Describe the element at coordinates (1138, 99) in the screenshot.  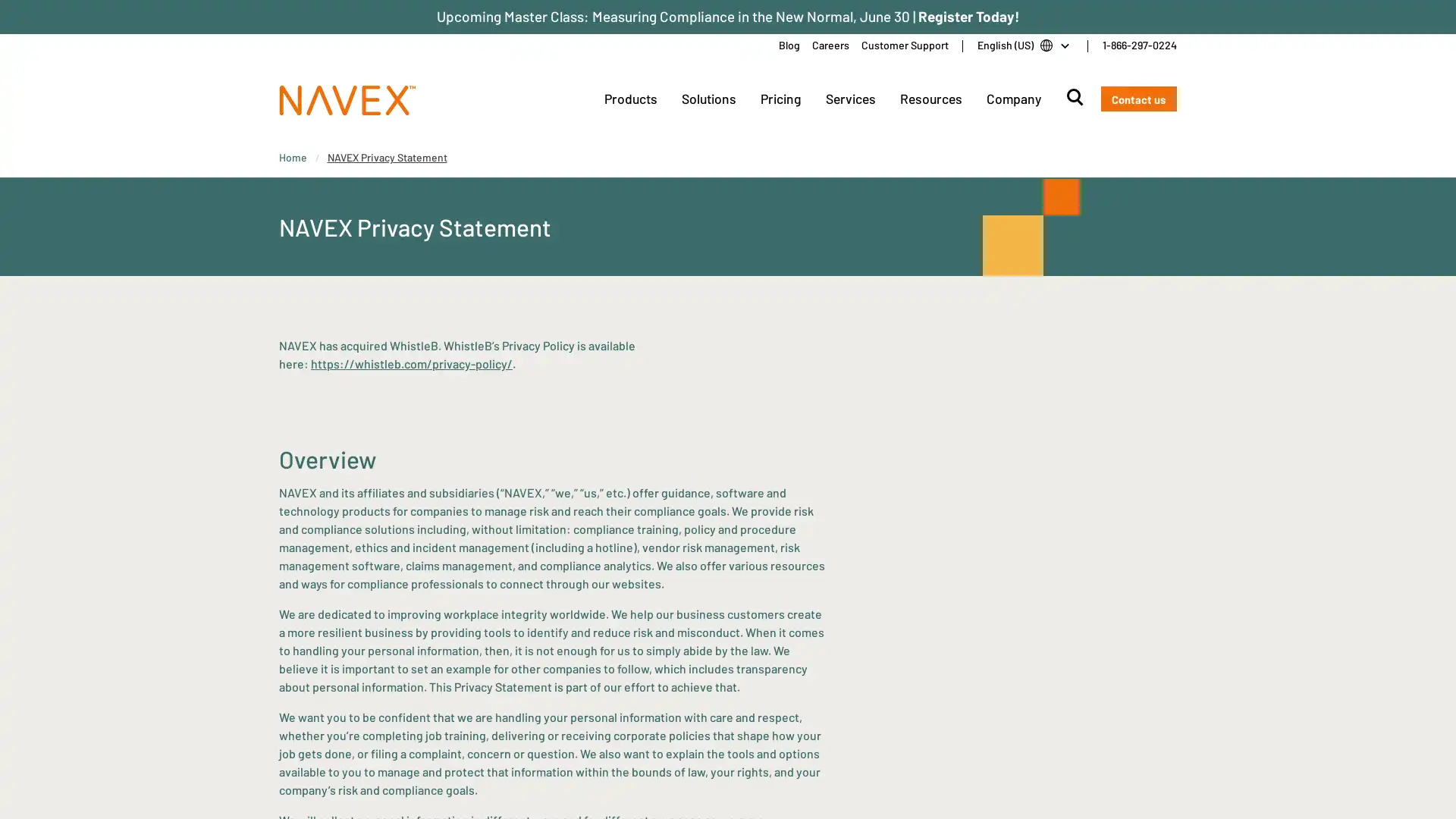
I see `Contact us` at that location.